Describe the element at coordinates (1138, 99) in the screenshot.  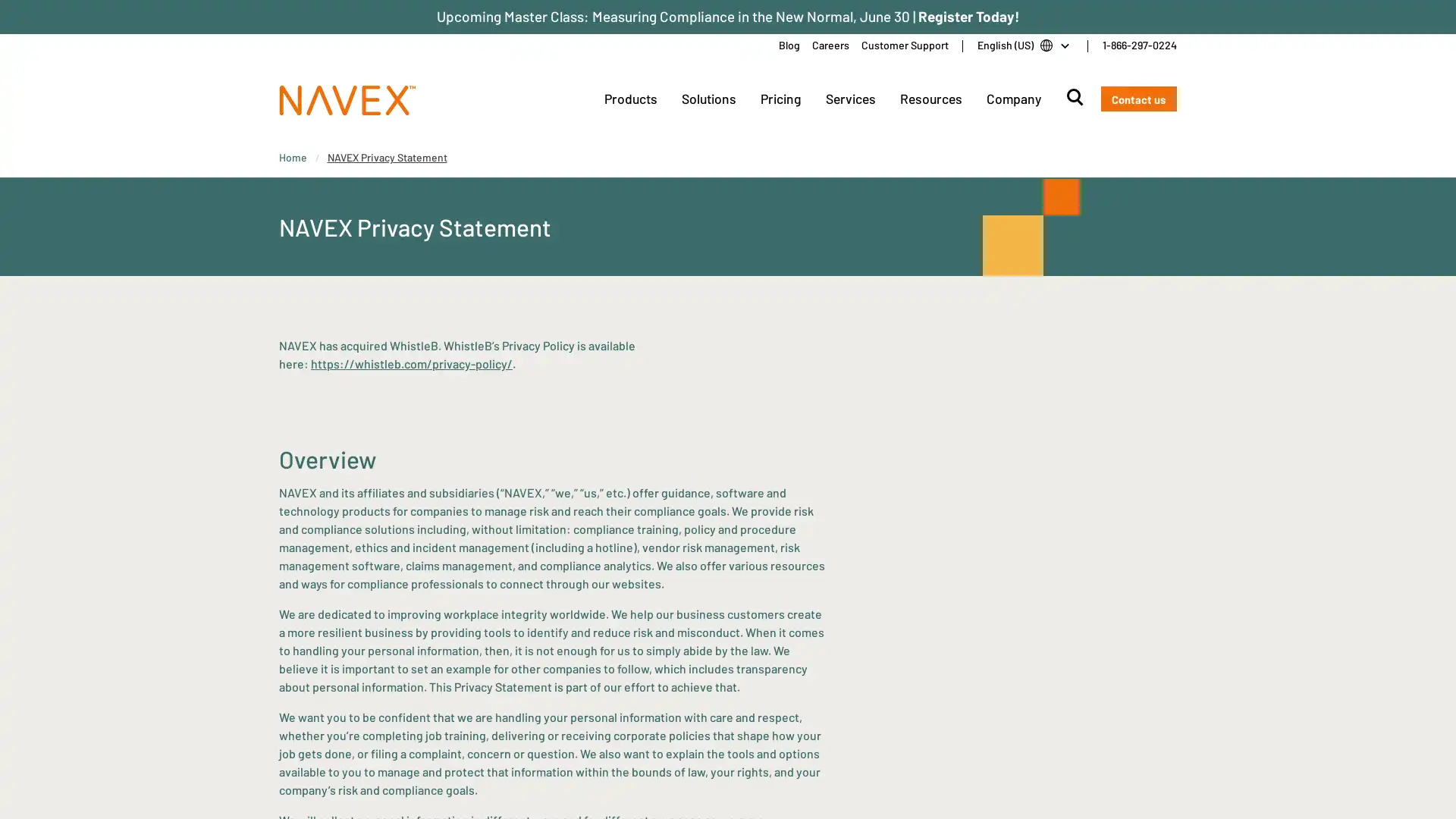
I see `Contact us` at that location.